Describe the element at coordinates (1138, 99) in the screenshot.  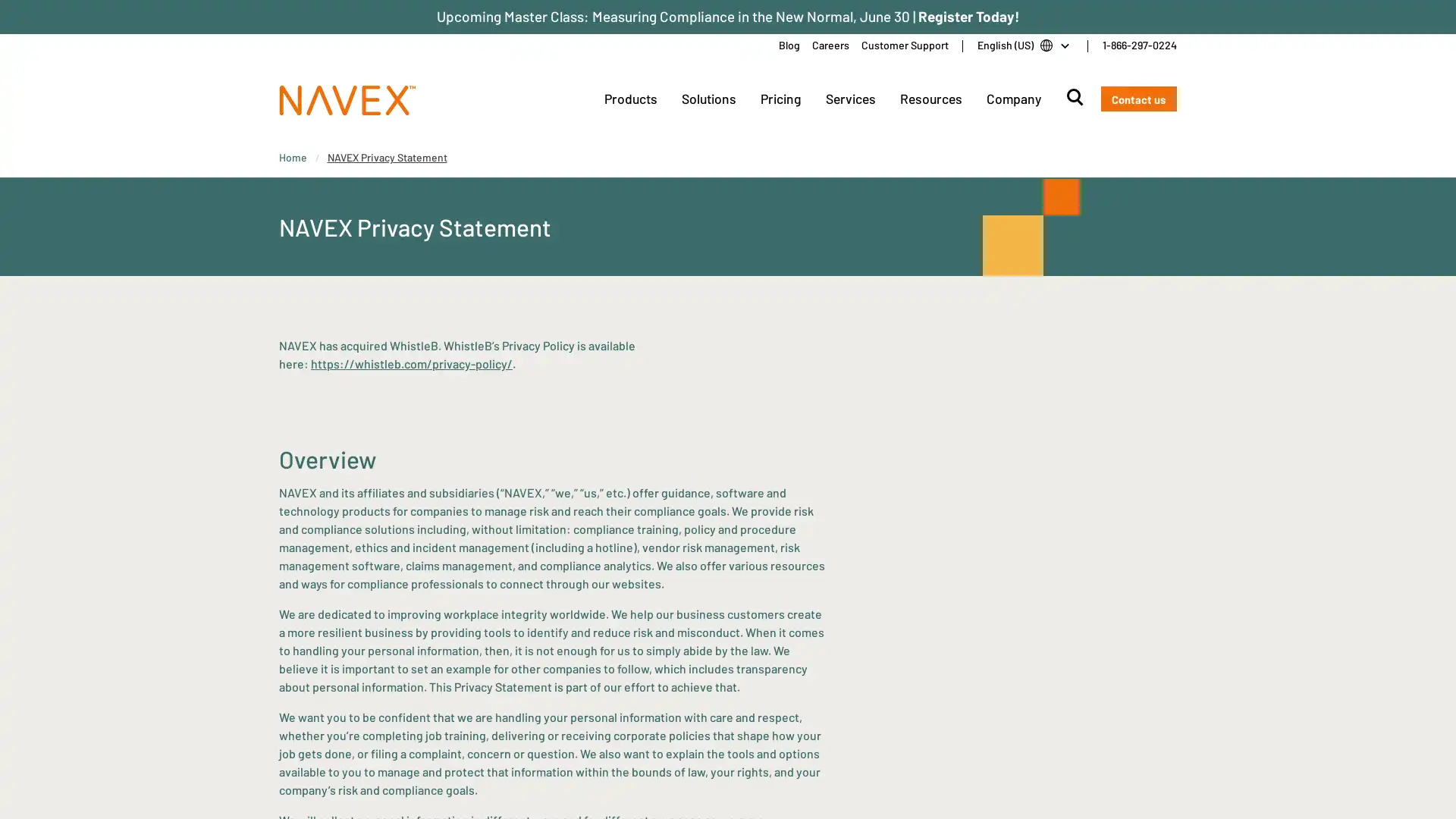
I see `Contact us` at that location.